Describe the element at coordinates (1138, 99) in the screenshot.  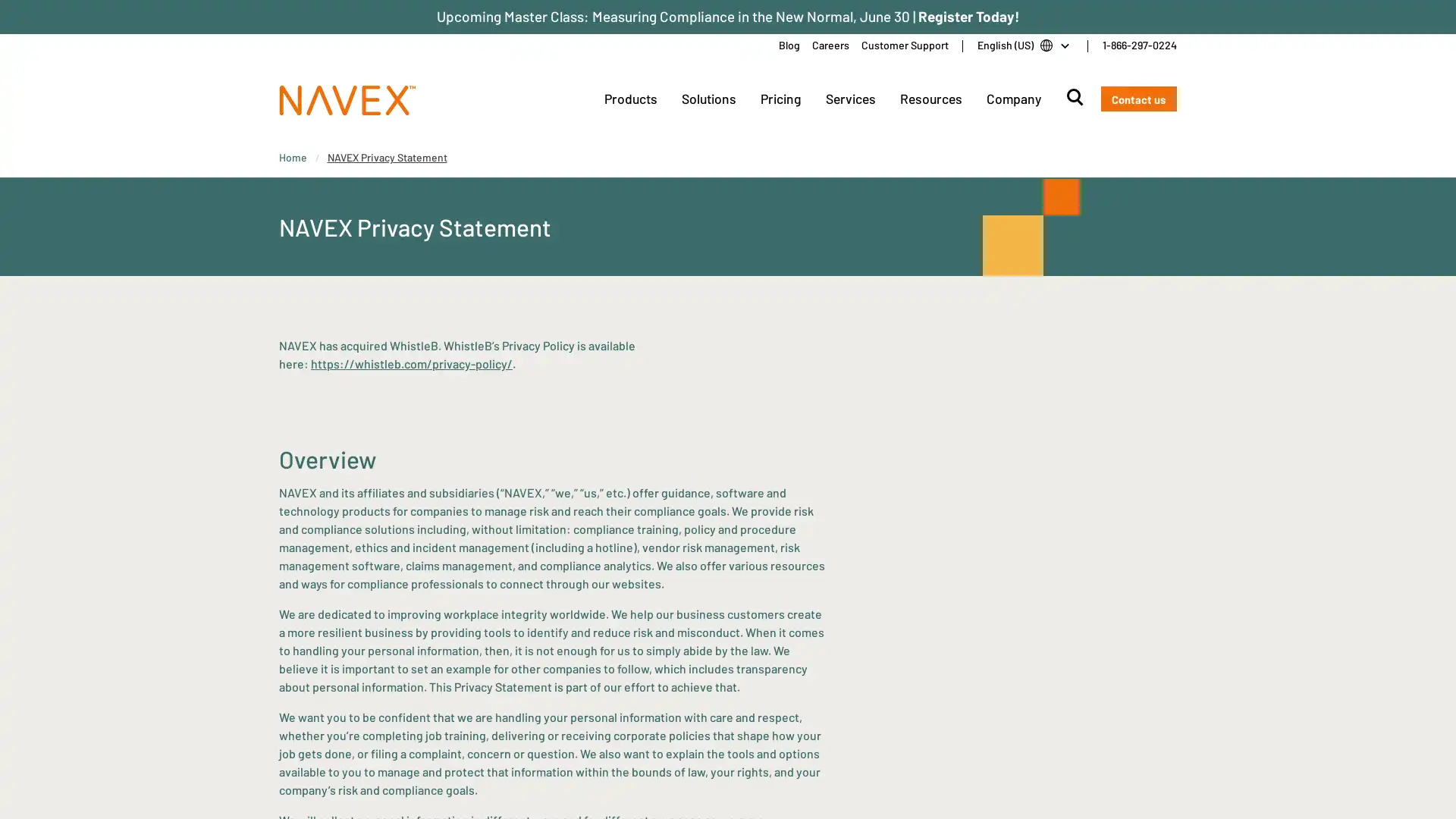
I see `Contact us` at that location.